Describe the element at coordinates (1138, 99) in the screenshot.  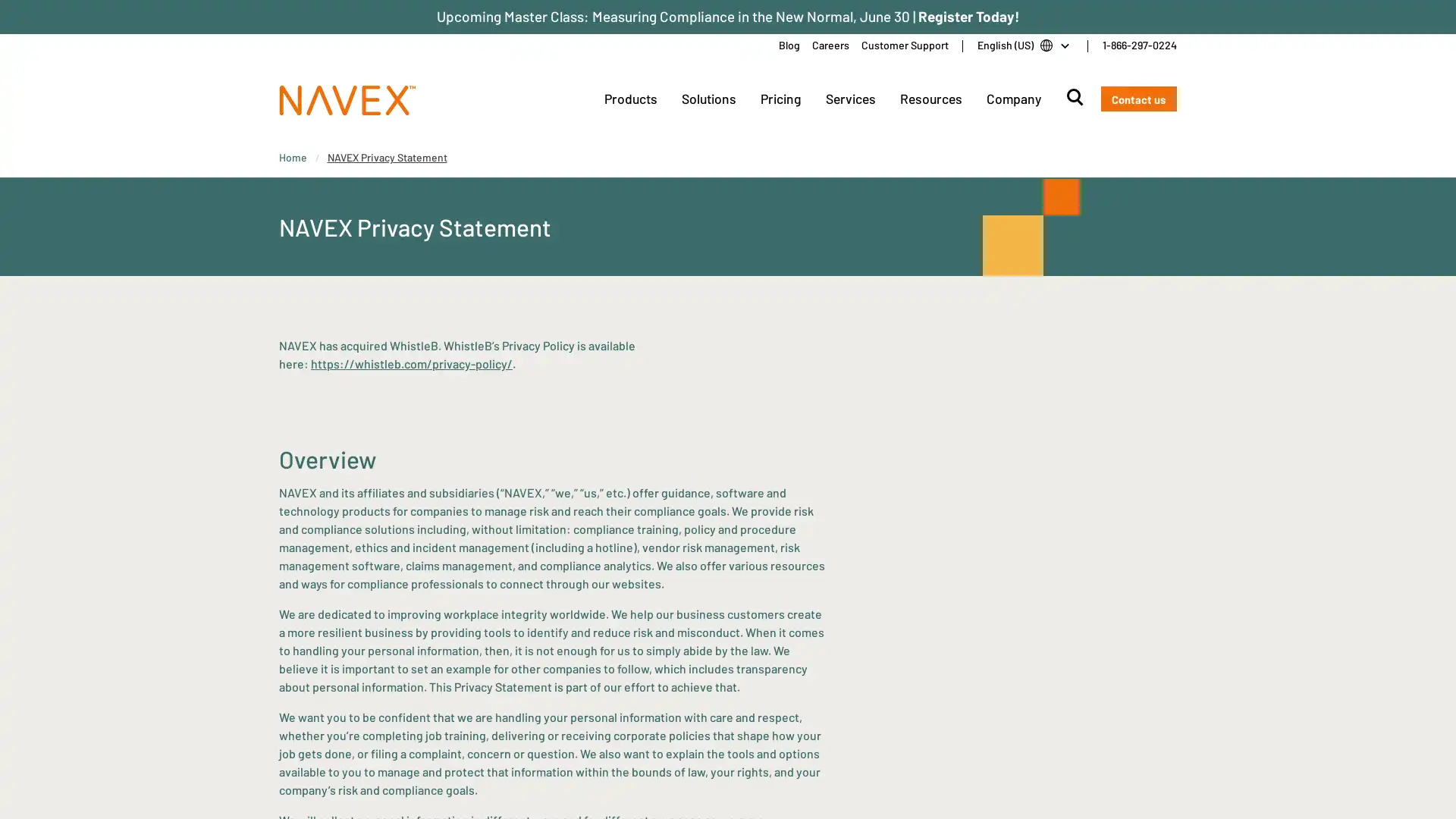
I see `Contact us` at that location.